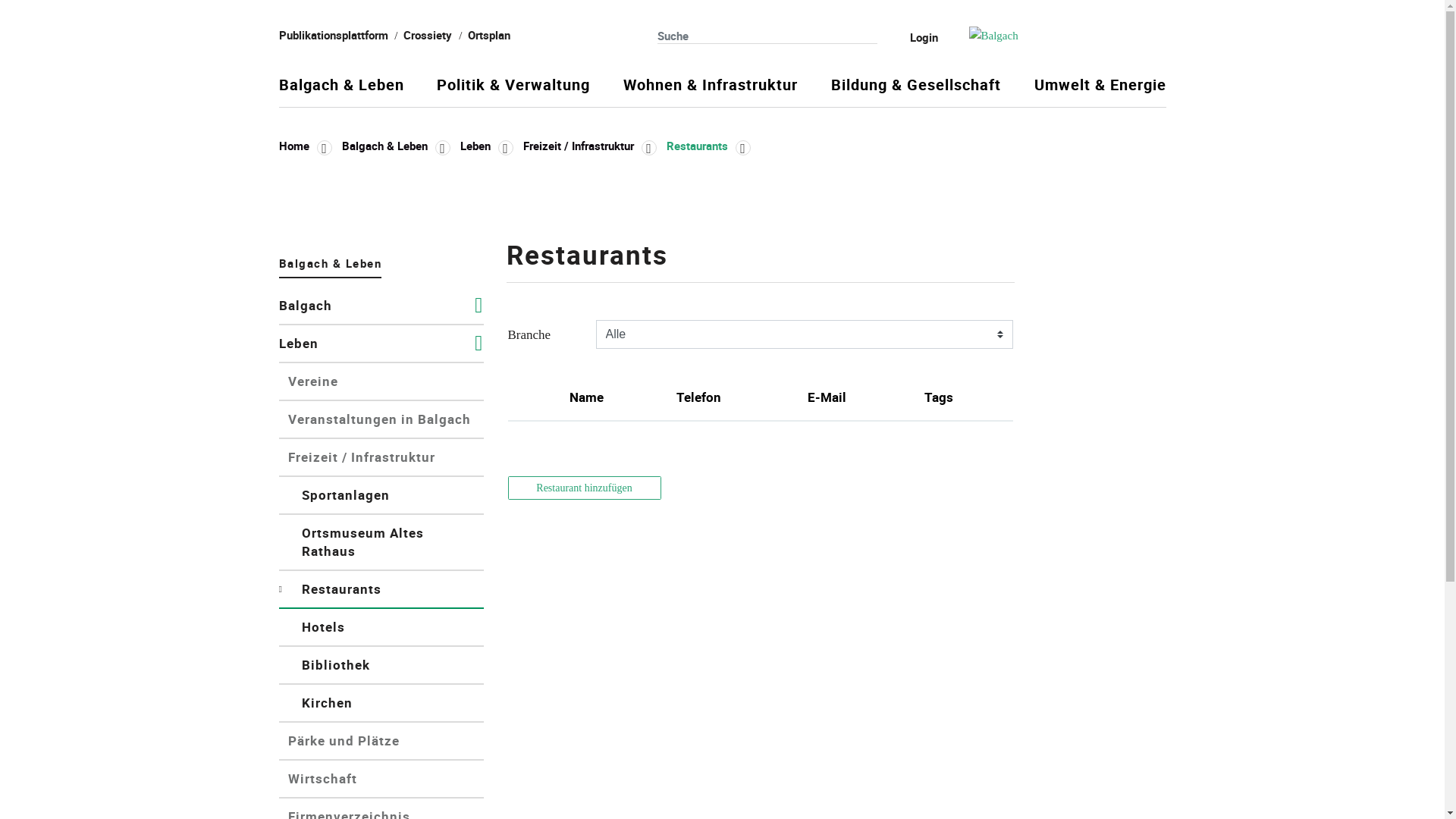 This screenshot has height=819, width=1456. I want to click on 'Freizeit / Infrastruktur', so click(588, 146).